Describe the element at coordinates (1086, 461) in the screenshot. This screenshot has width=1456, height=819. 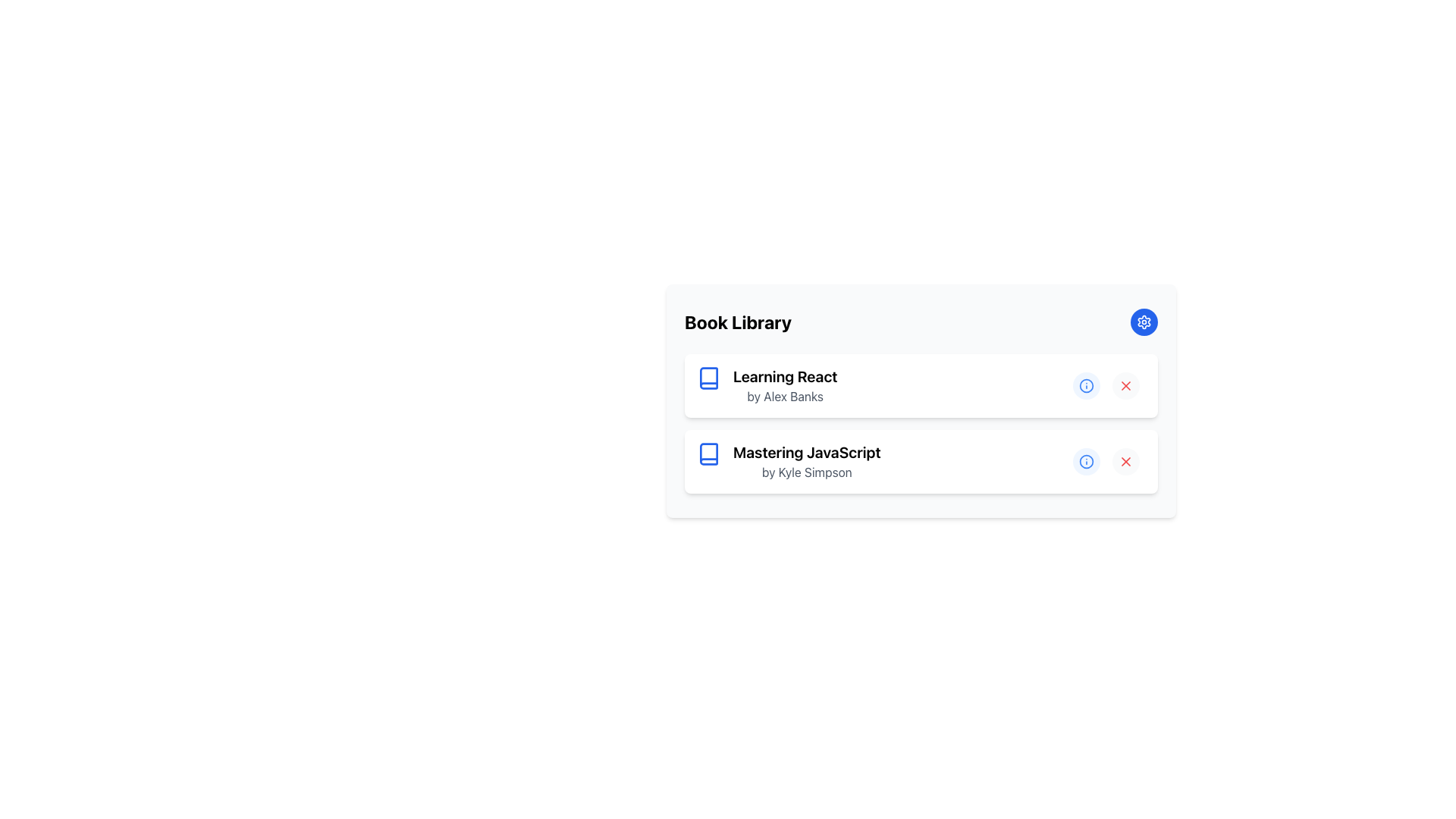
I see `the circular blue icon with an outlined border and an 'i' symbol, located in the right portion of the second row of book entries for 'Learning React by Alex Banks'` at that location.